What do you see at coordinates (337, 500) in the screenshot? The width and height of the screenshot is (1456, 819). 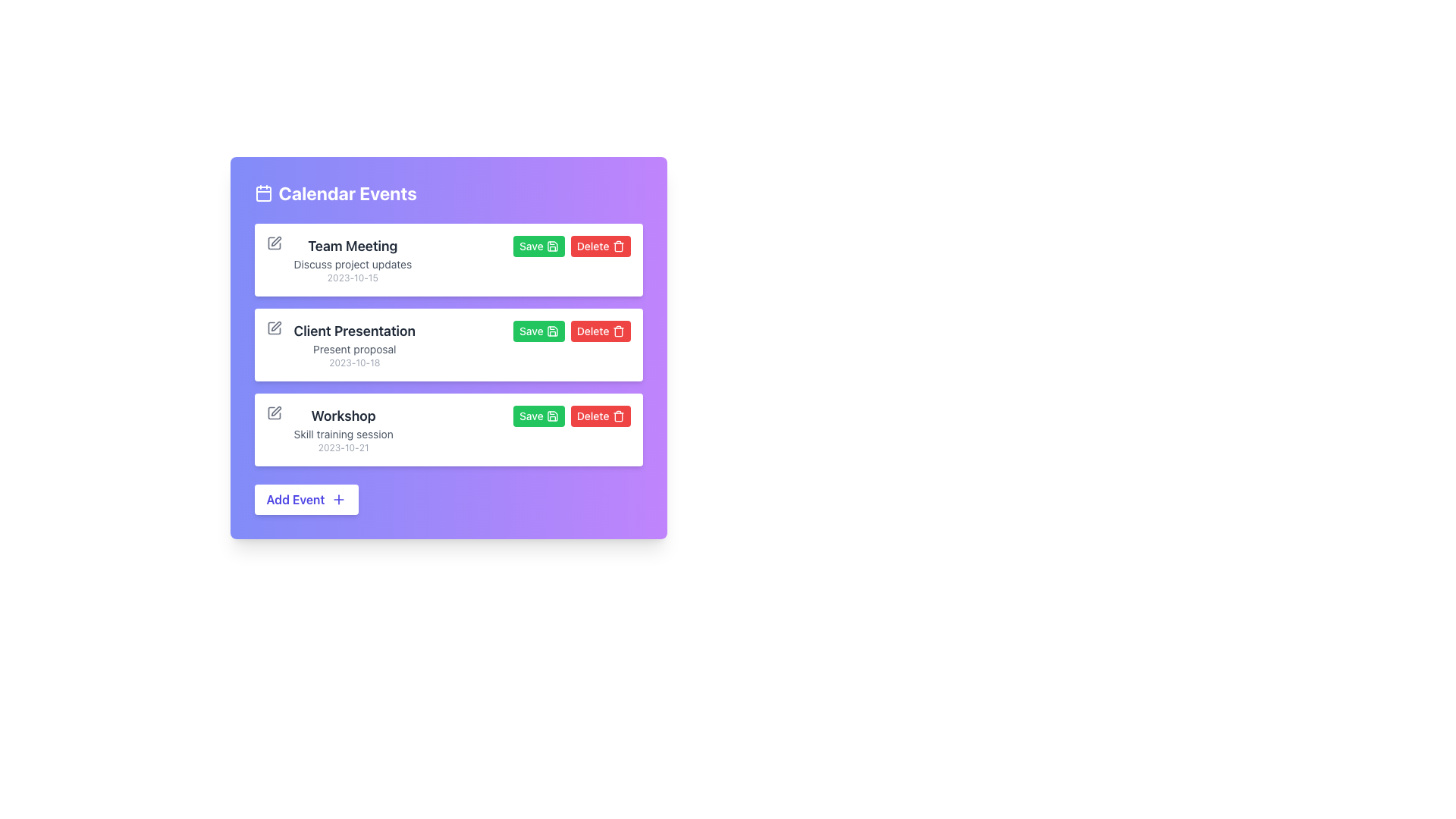 I see `the icon that suggests adding a new event, located within the 'Add Event' button at the bottom left of the interface` at bounding box center [337, 500].